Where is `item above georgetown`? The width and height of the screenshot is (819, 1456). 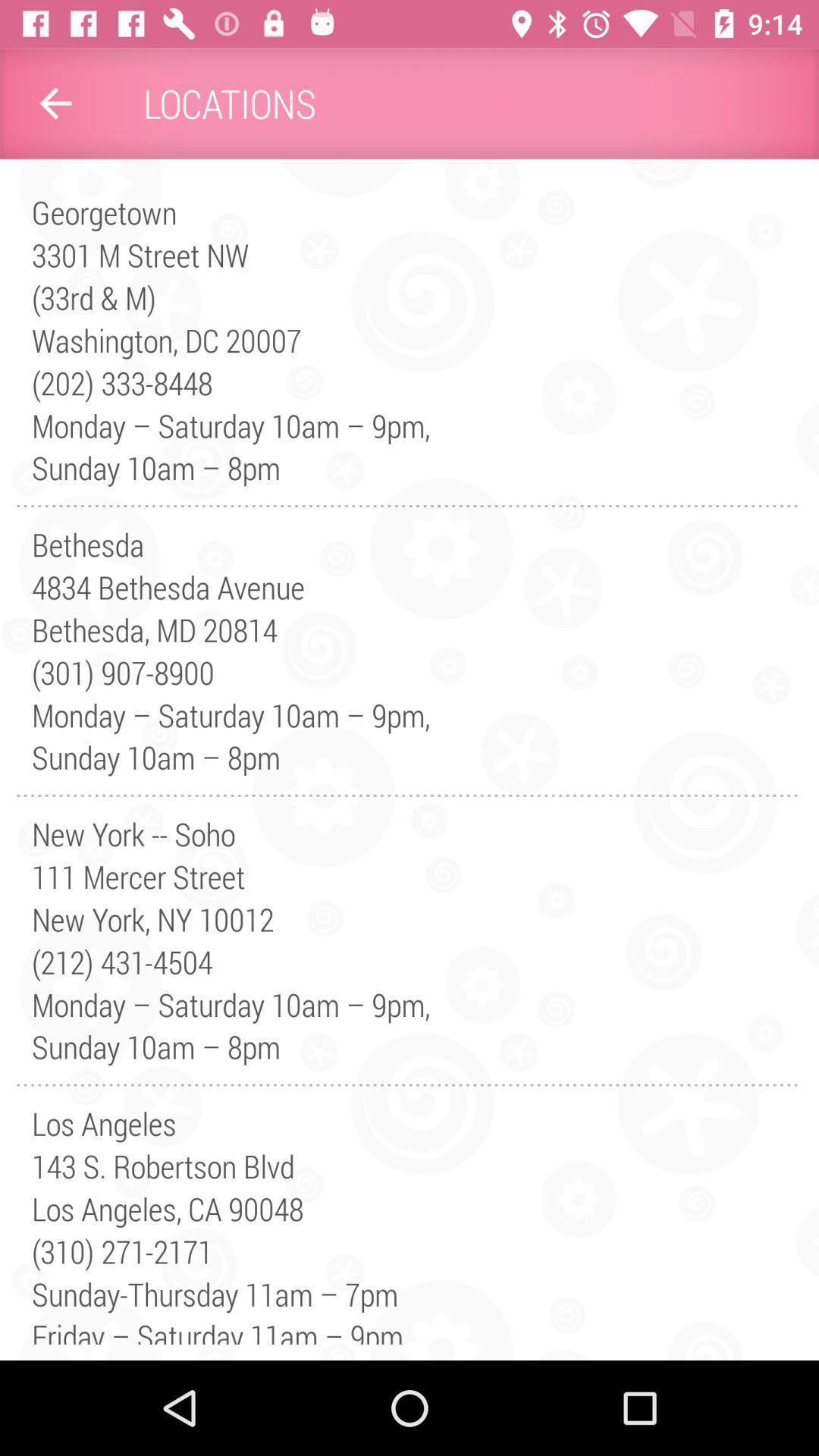
item above georgetown is located at coordinates (55, 102).